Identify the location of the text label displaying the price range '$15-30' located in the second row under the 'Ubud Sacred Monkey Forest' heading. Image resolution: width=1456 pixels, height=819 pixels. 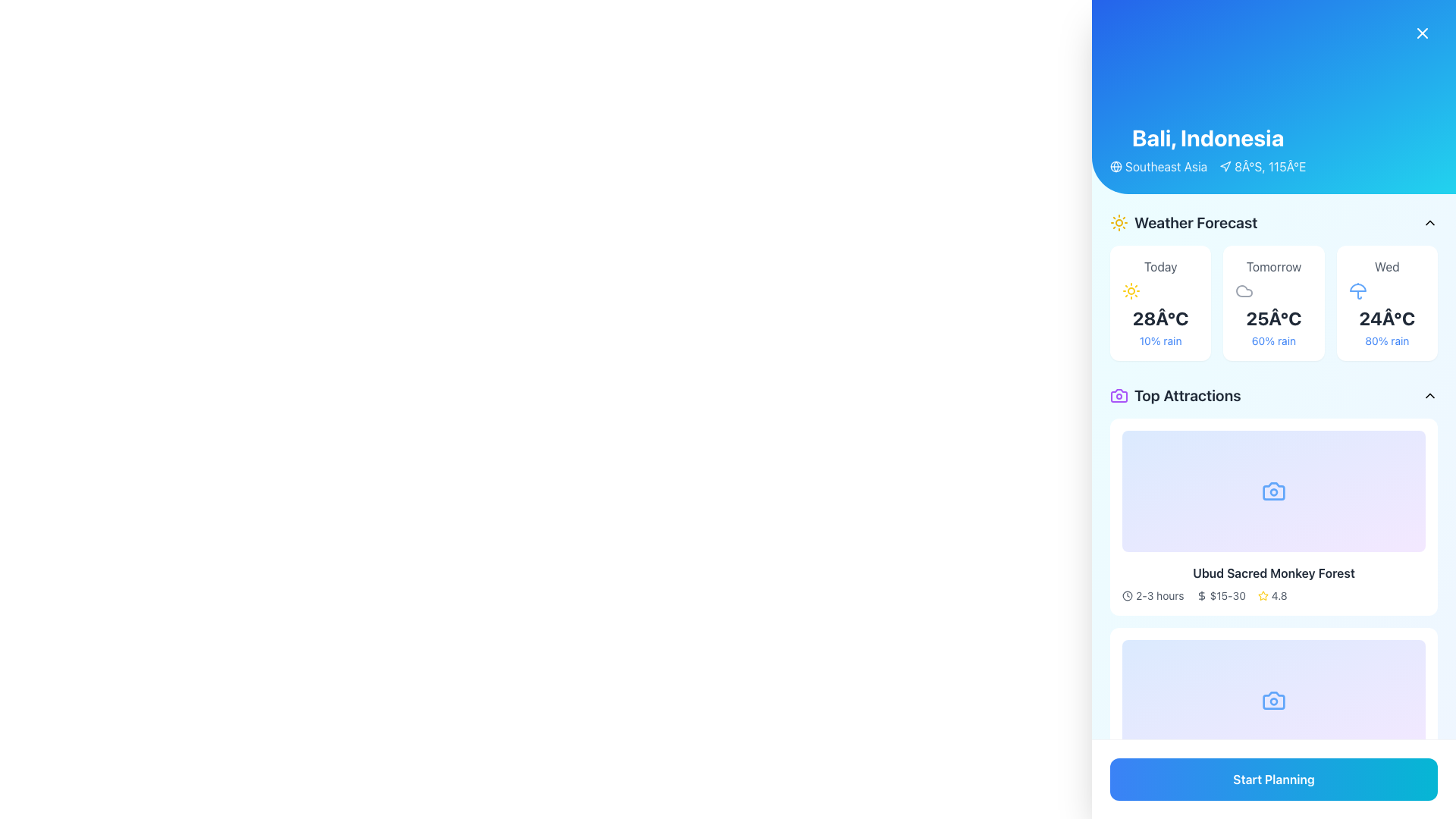
(1228, 804).